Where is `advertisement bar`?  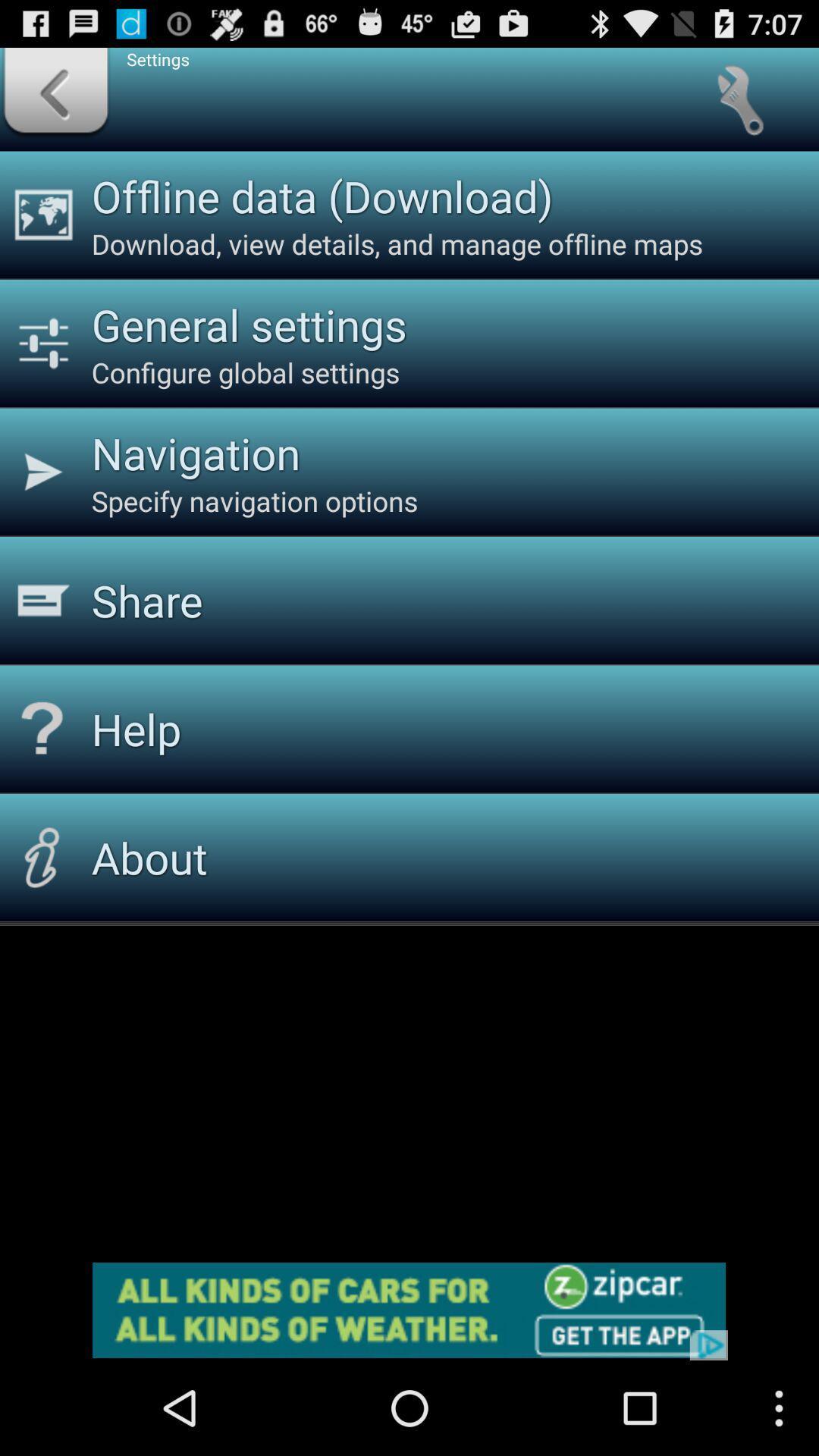
advertisement bar is located at coordinates (409, 1310).